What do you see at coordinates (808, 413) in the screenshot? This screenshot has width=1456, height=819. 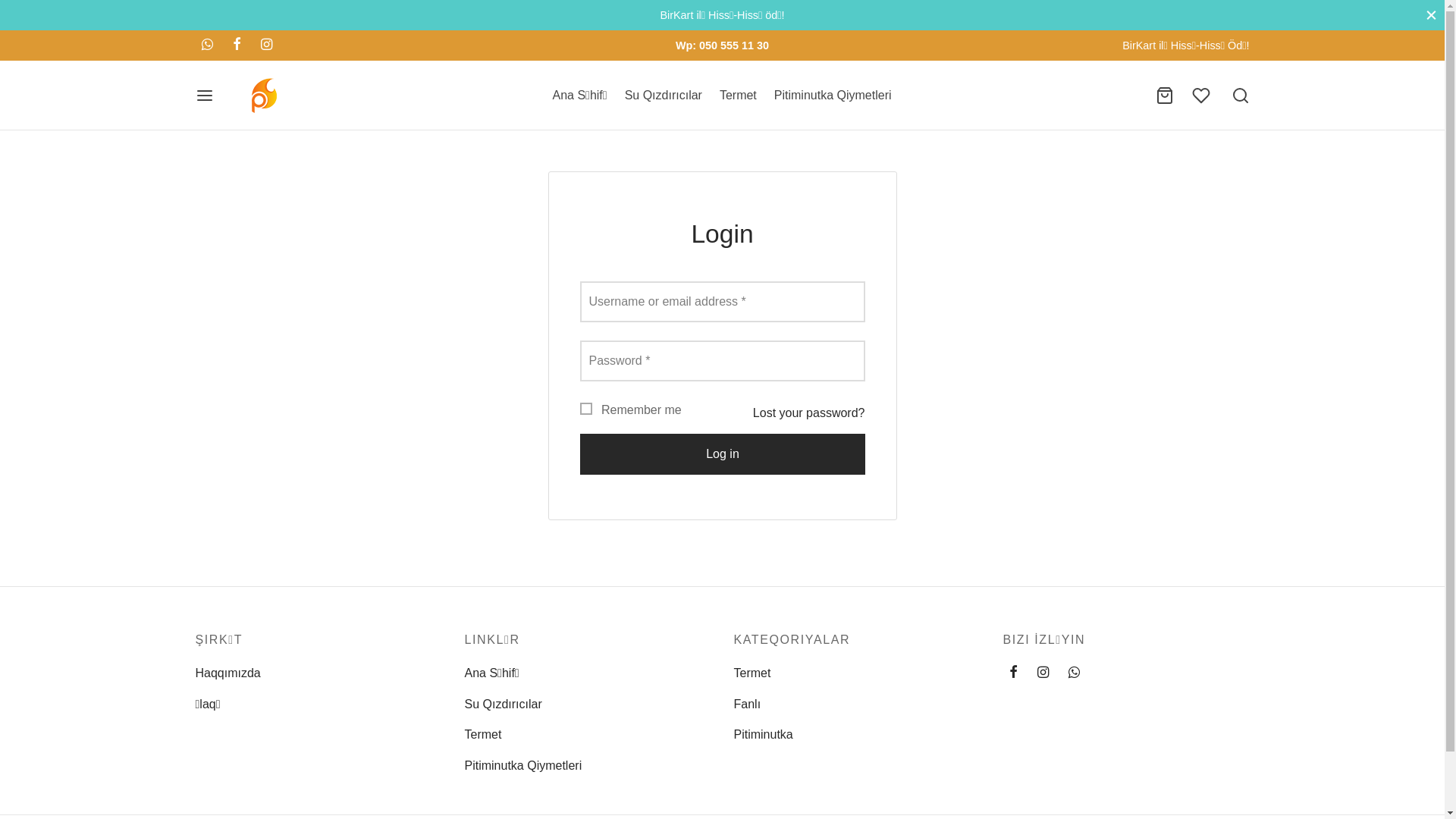 I see `'Lost your password?'` at bounding box center [808, 413].